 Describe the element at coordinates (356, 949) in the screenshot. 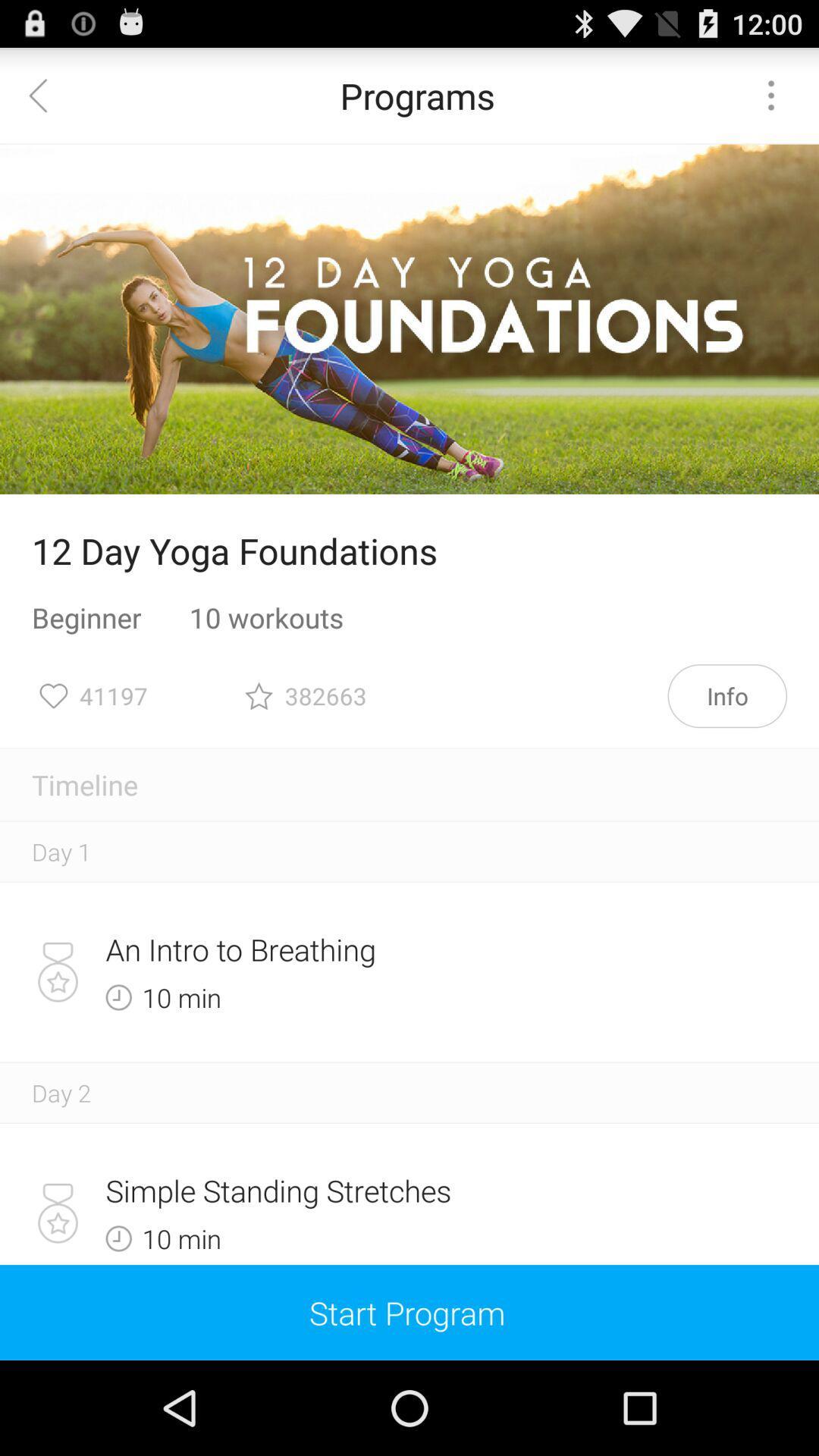

I see `item above 10 min` at that location.